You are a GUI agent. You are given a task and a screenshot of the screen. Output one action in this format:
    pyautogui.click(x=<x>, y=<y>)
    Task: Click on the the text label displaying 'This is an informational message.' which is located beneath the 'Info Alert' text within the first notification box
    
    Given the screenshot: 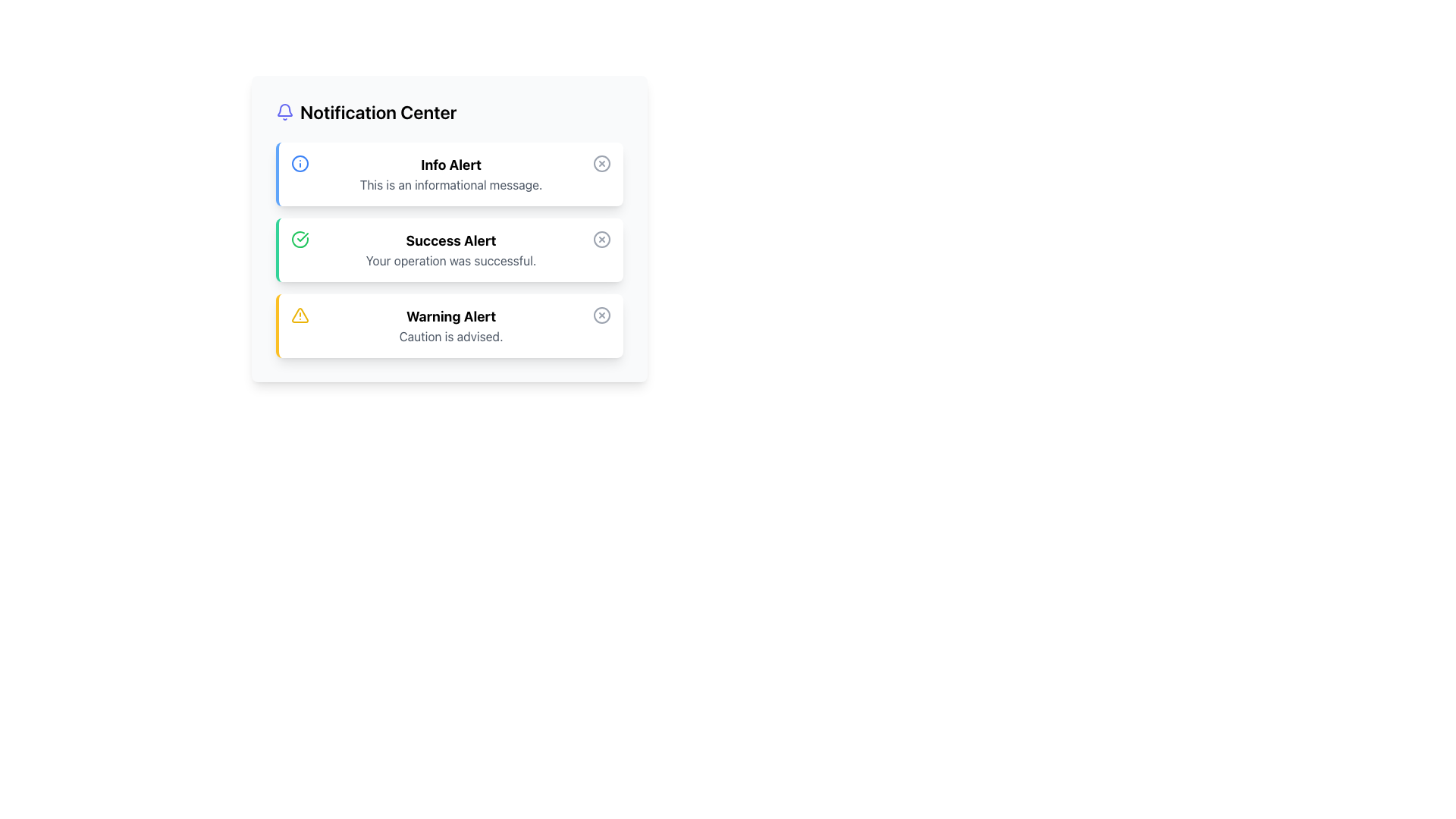 What is the action you would take?
    pyautogui.click(x=450, y=184)
    